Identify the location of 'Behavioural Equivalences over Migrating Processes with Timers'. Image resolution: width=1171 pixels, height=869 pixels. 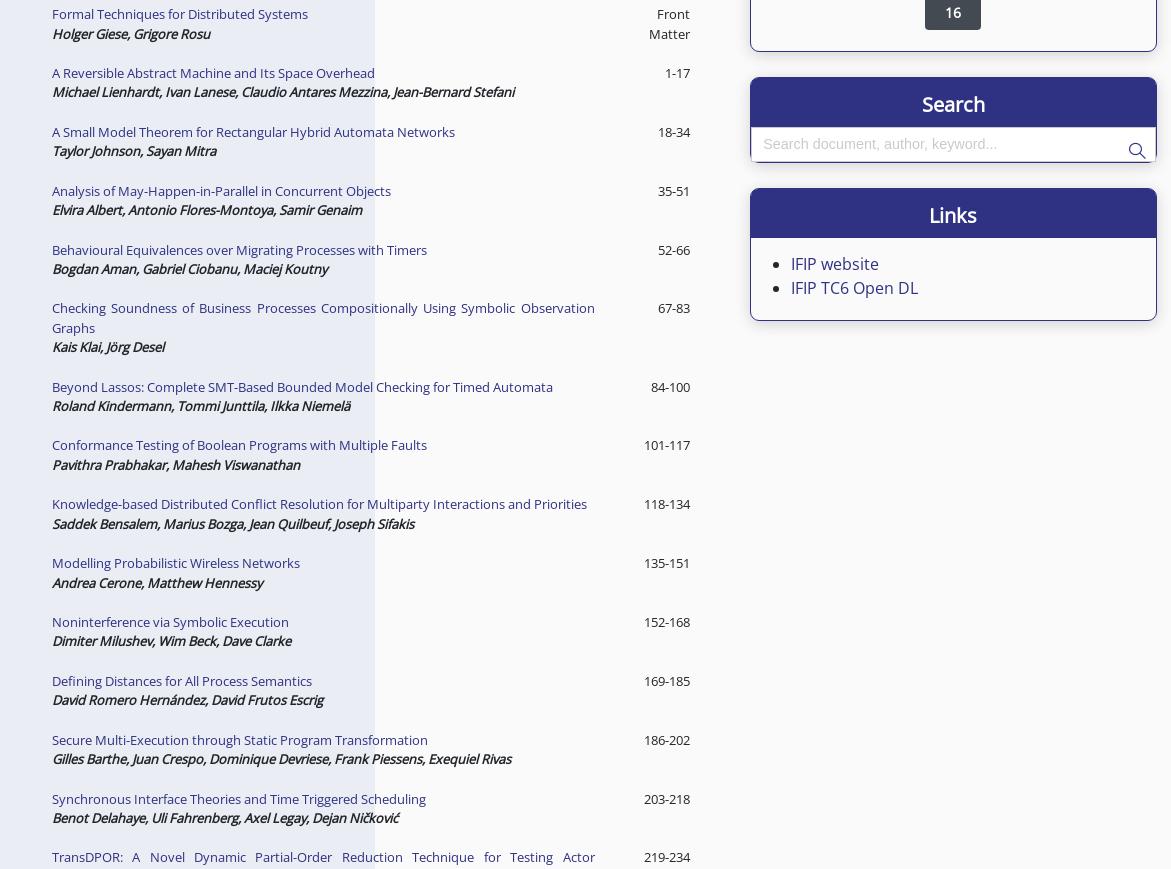
(238, 247).